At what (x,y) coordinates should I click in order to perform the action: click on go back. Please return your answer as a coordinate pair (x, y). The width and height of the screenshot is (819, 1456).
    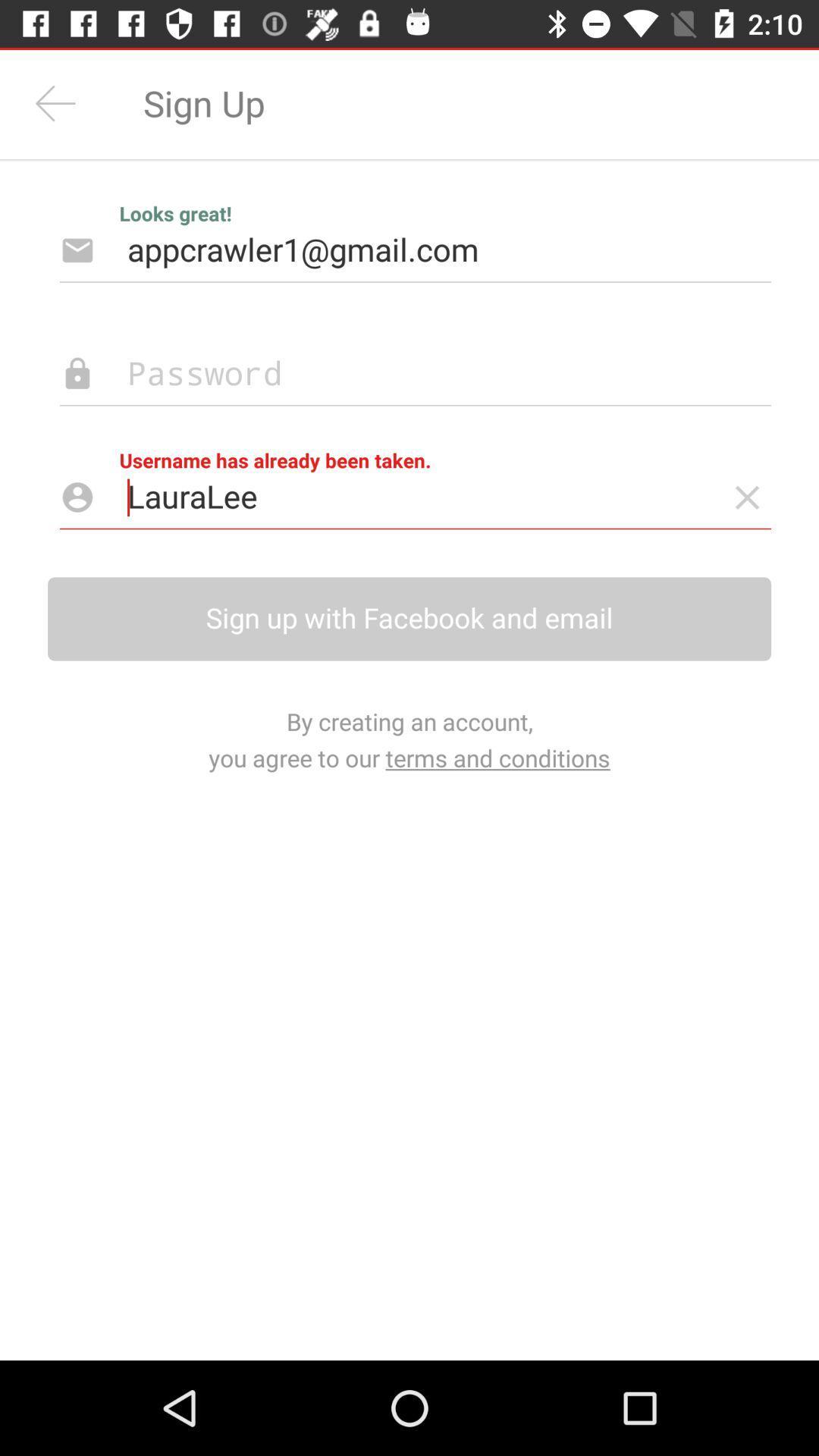
    Looking at the image, I should click on (55, 102).